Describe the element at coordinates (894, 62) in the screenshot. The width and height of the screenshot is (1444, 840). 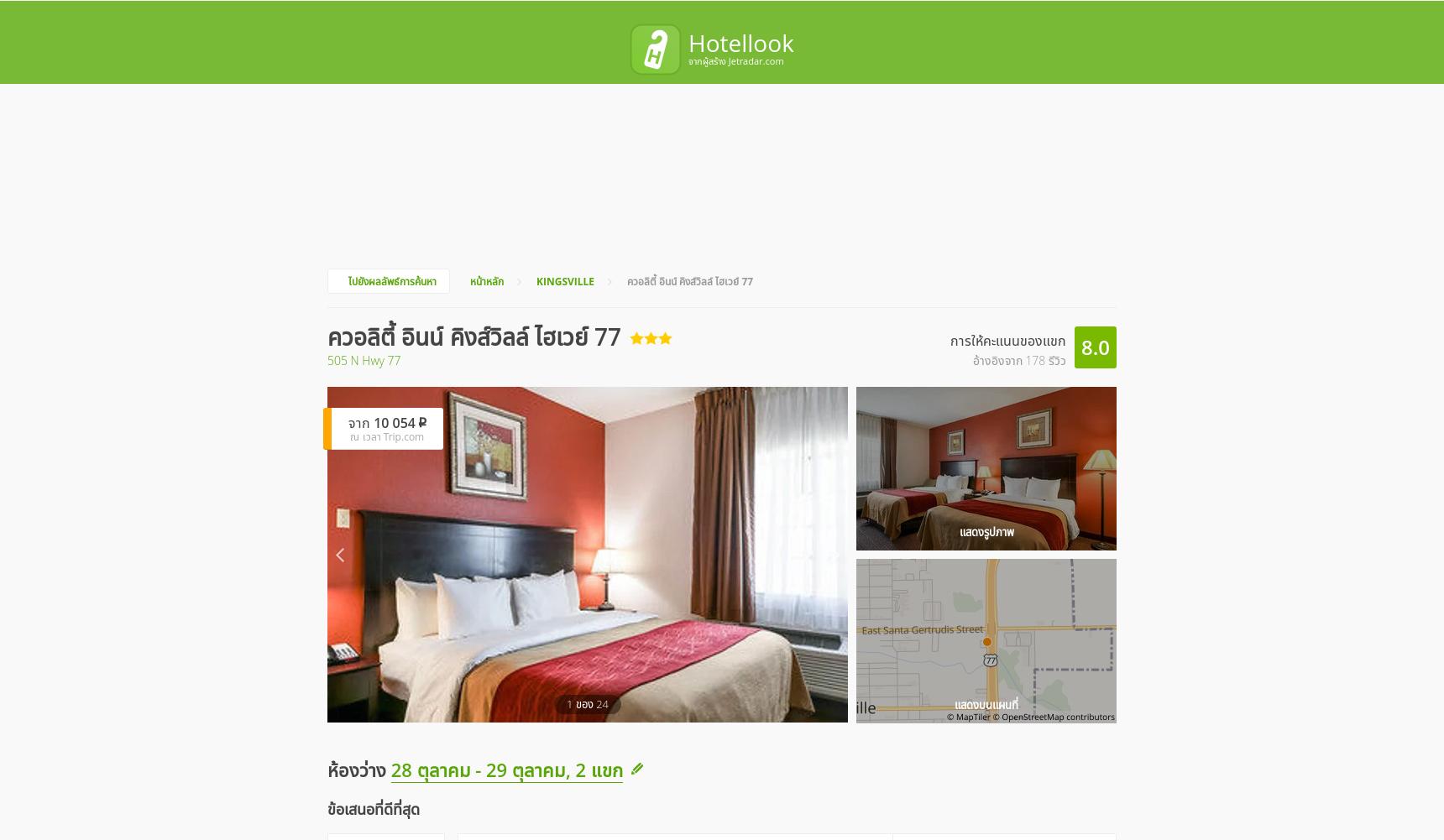
I see `'2 แขก'` at that location.